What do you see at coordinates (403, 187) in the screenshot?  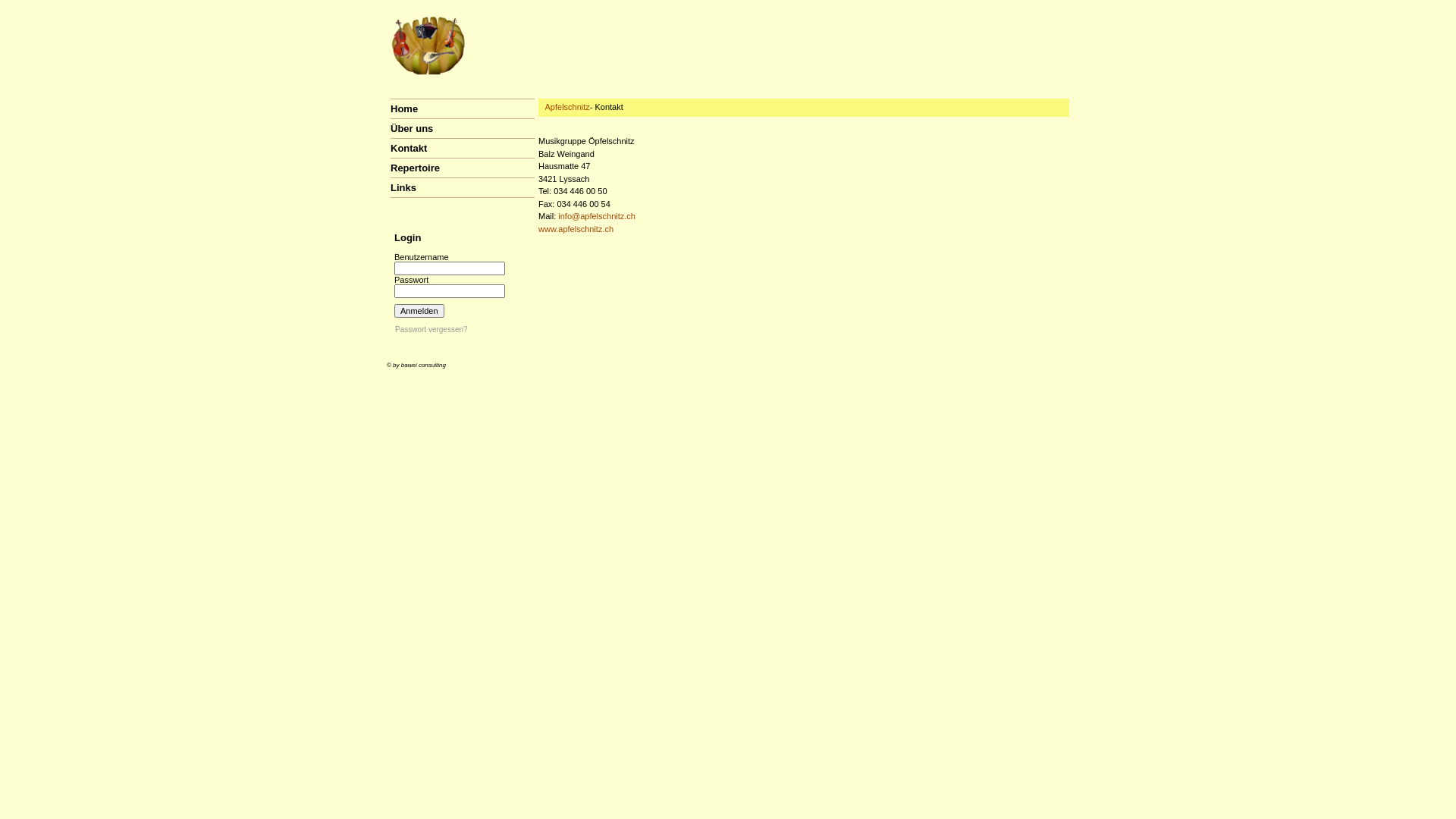 I see `'Links'` at bounding box center [403, 187].